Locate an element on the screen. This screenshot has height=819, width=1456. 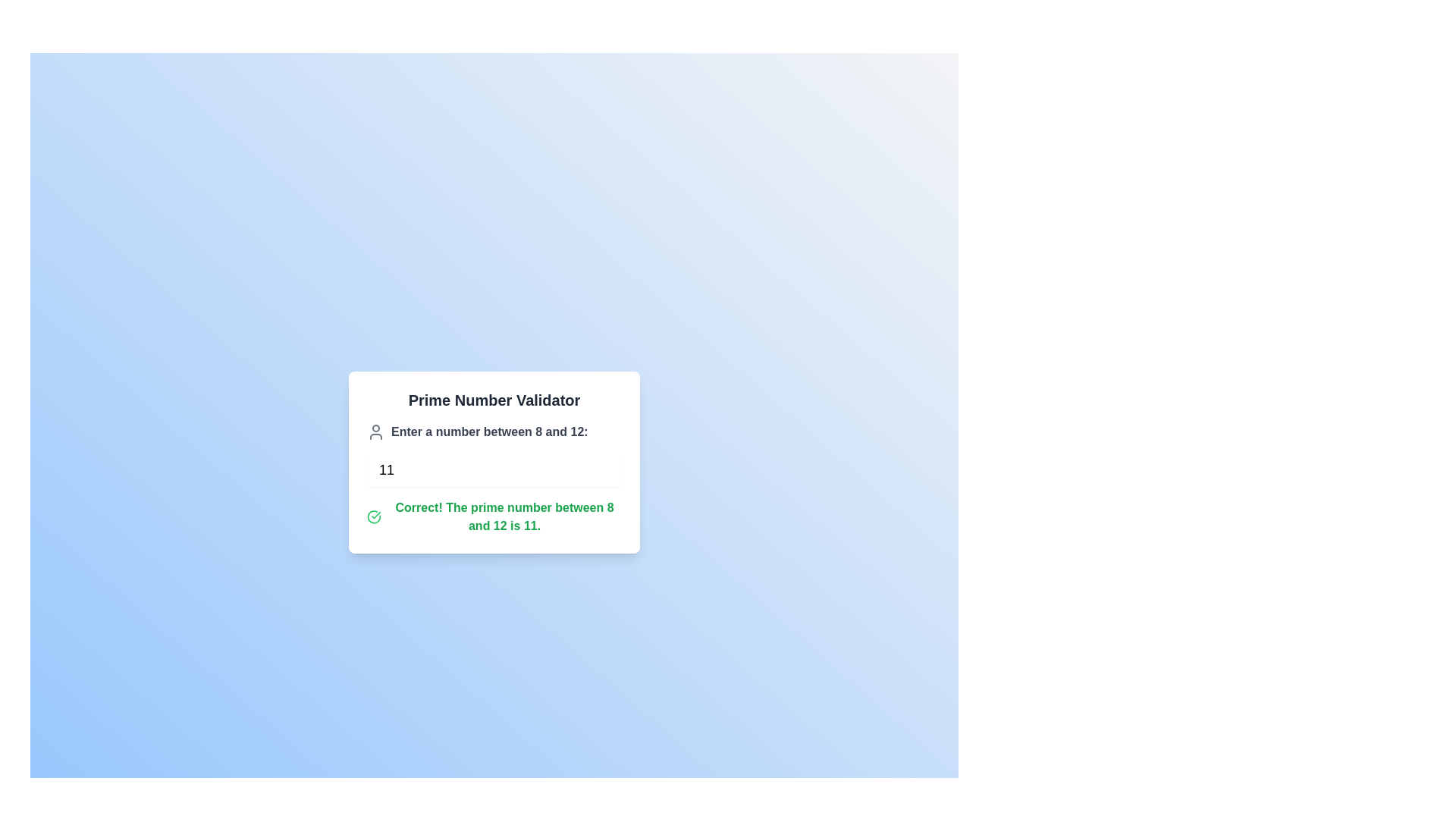
confirmation message displayed in the static text label located in the notification area under the input field, which serves as feedback to the user is located at coordinates (504, 516).